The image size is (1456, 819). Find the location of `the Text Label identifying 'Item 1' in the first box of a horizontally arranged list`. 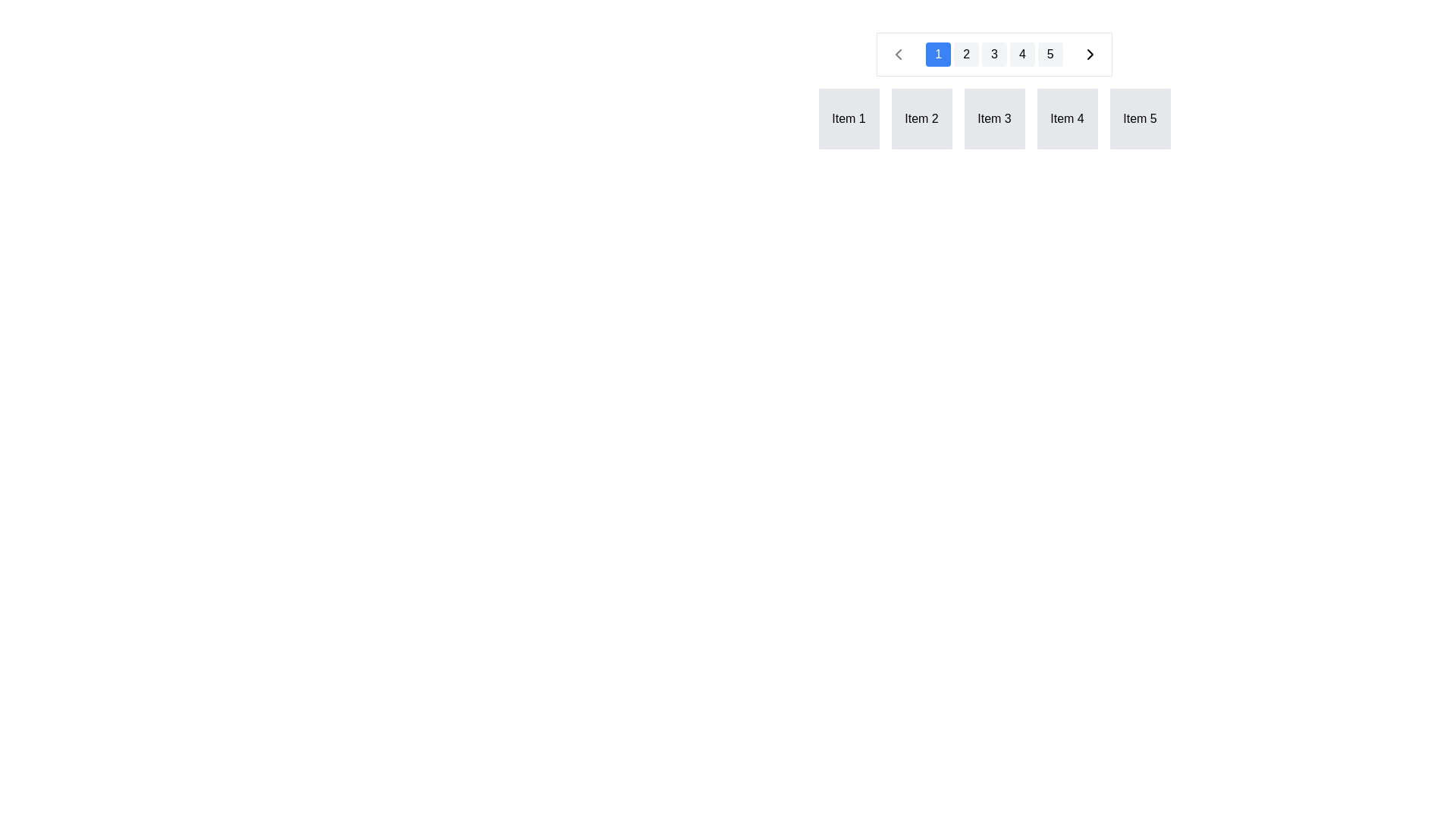

the Text Label identifying 'Item 1' in the first box of a horizontally arranged list is located at coordinates (848, 118).